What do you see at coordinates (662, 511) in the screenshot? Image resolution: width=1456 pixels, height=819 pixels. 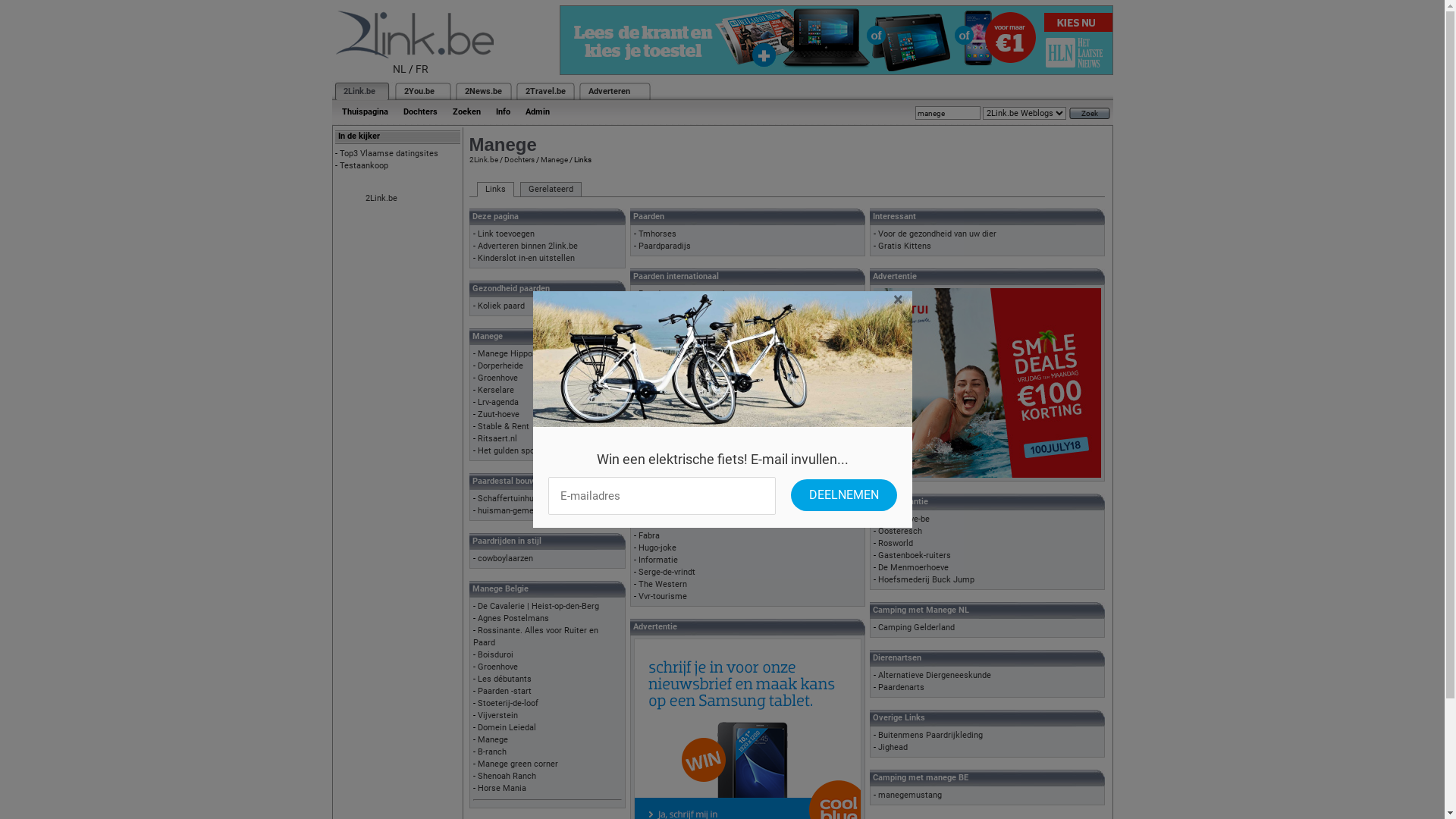 I see `'Paarden Info'` at bounding box center [662, 511].